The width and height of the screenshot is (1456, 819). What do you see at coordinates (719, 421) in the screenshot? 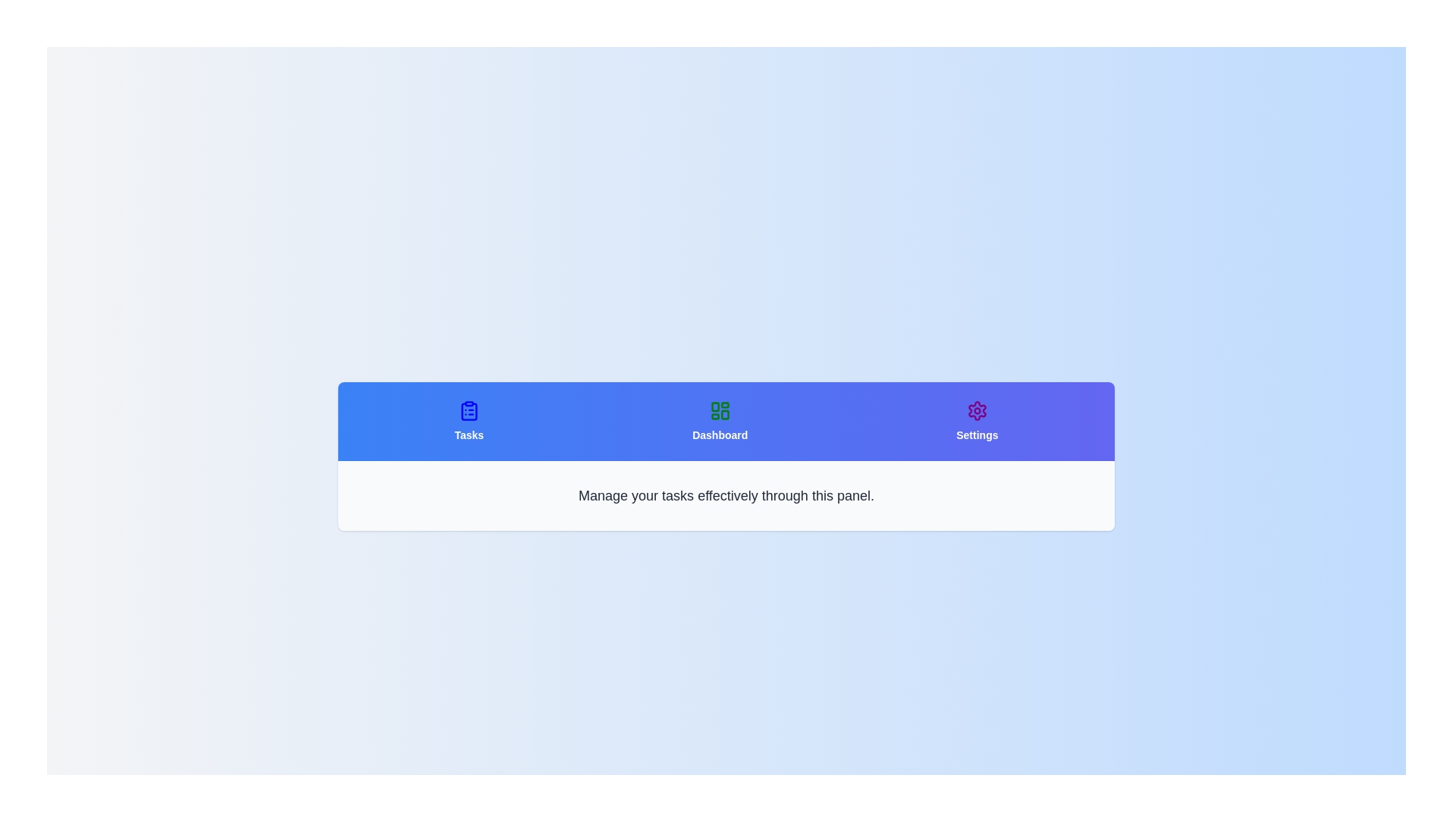
I see `the Dashboard tab to activate its content` at bounding box center [719, 421].